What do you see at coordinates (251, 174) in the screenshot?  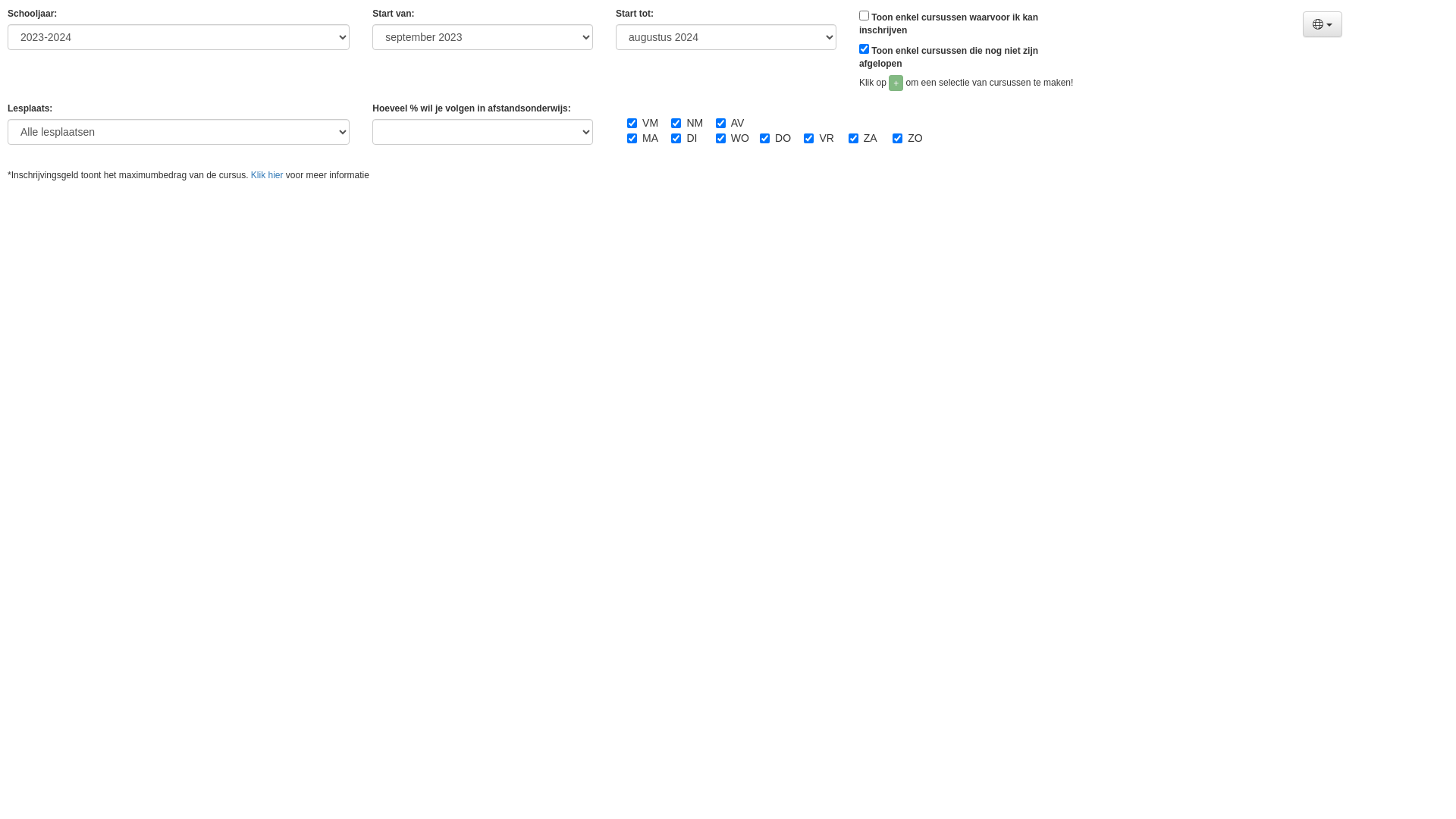 I see `'Klik hier'` at bounding box center [251, 174].